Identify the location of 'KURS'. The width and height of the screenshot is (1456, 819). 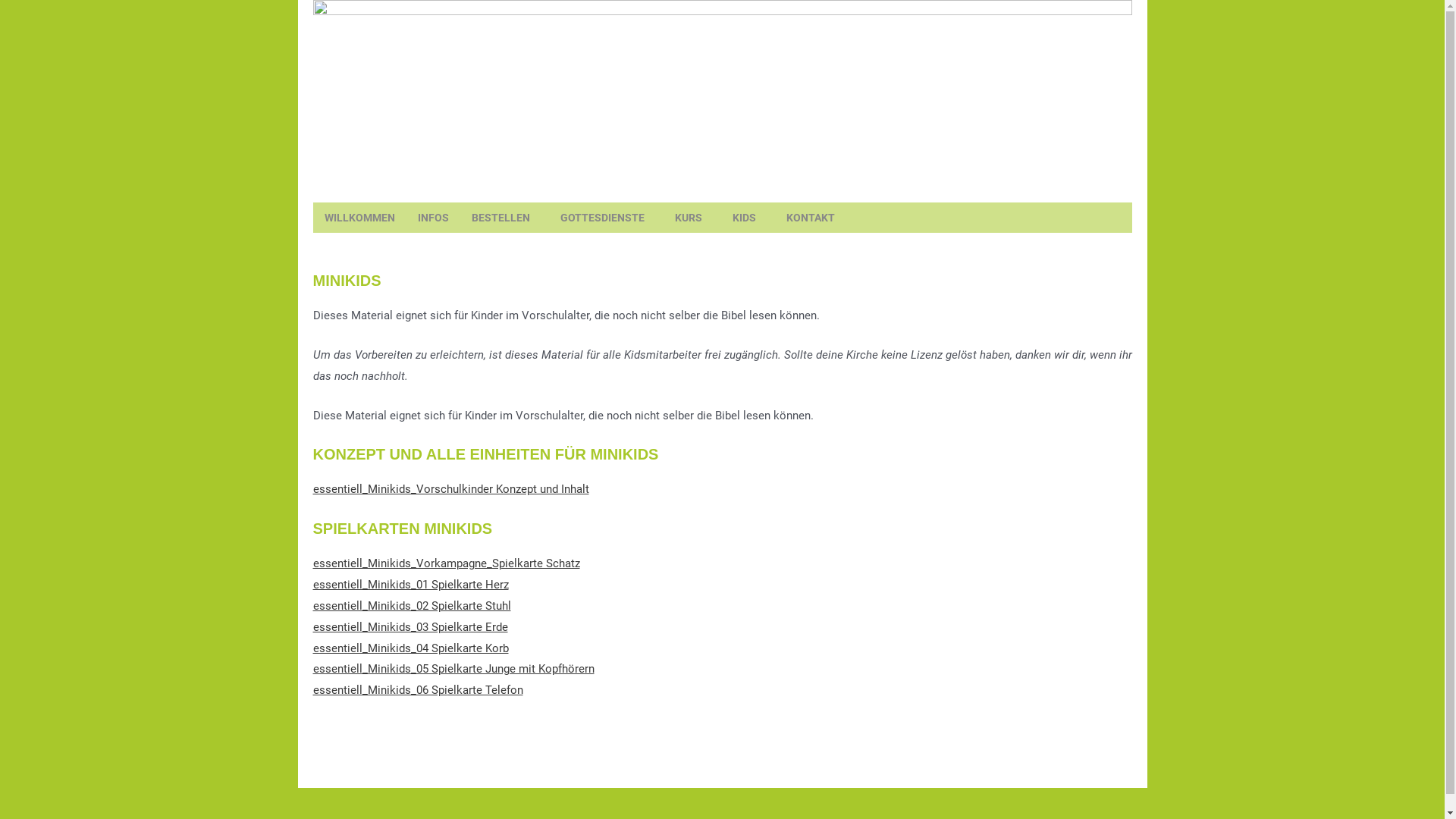
(691, 217).